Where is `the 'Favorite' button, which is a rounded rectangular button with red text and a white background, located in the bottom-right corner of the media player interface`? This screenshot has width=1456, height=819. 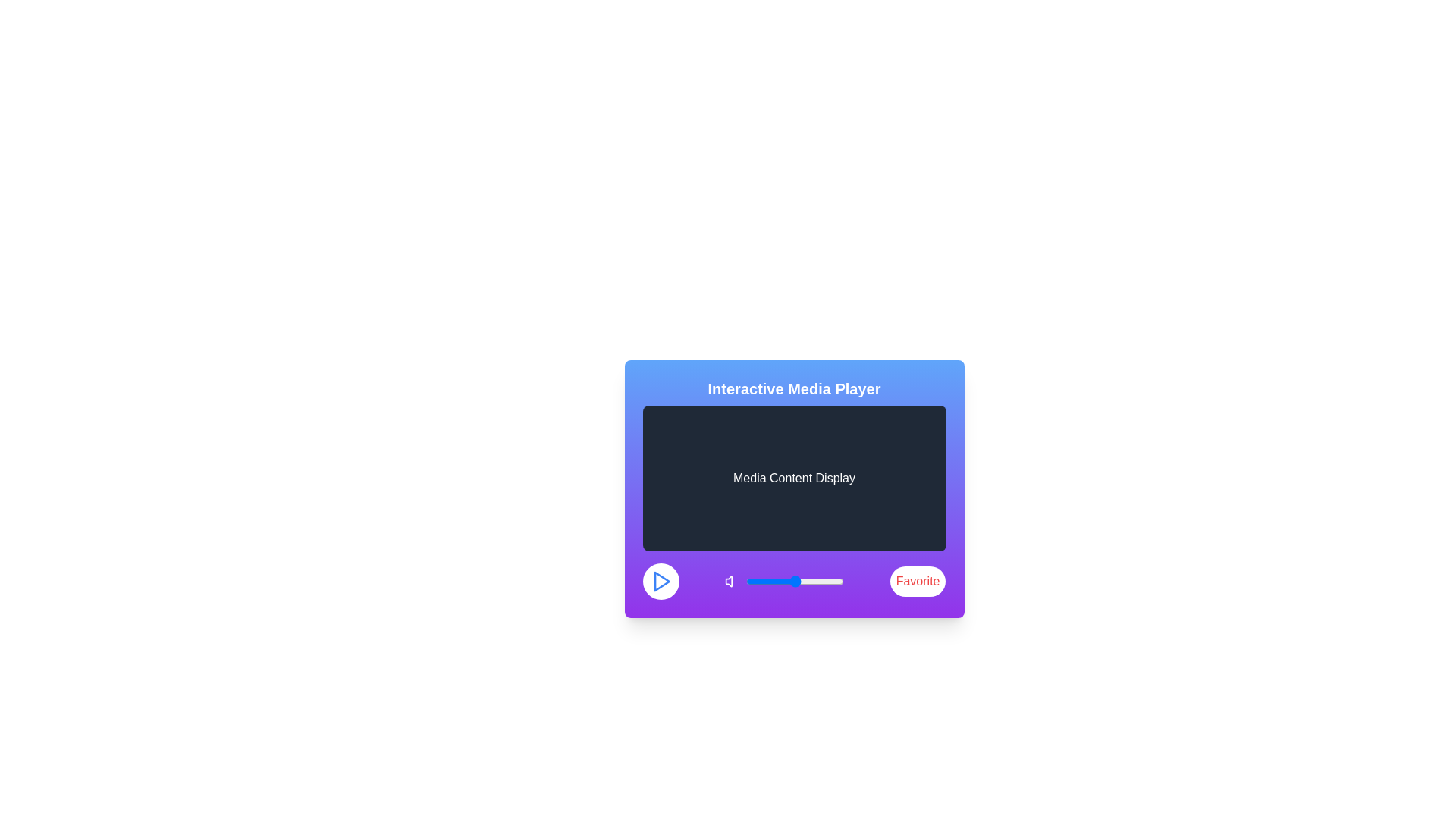 the 'Favorite' button, which is a rounded rectangular button with red text and a white background, located in the bottom-right corner of the media player interface is located at coordinates (917, 581).